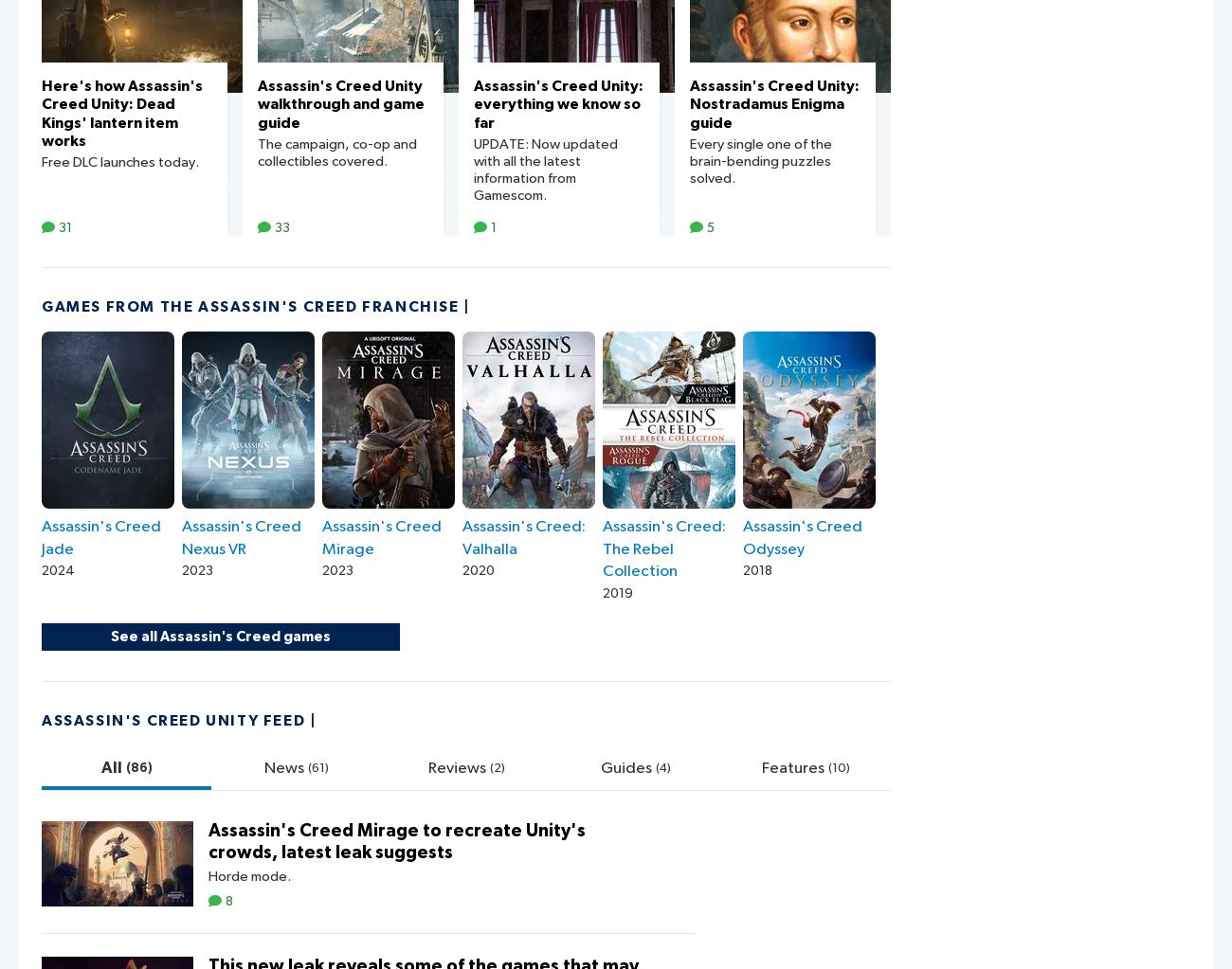  Describe the element at coordinates (710, 226) in the screenshot. I see `'5'` at that location.